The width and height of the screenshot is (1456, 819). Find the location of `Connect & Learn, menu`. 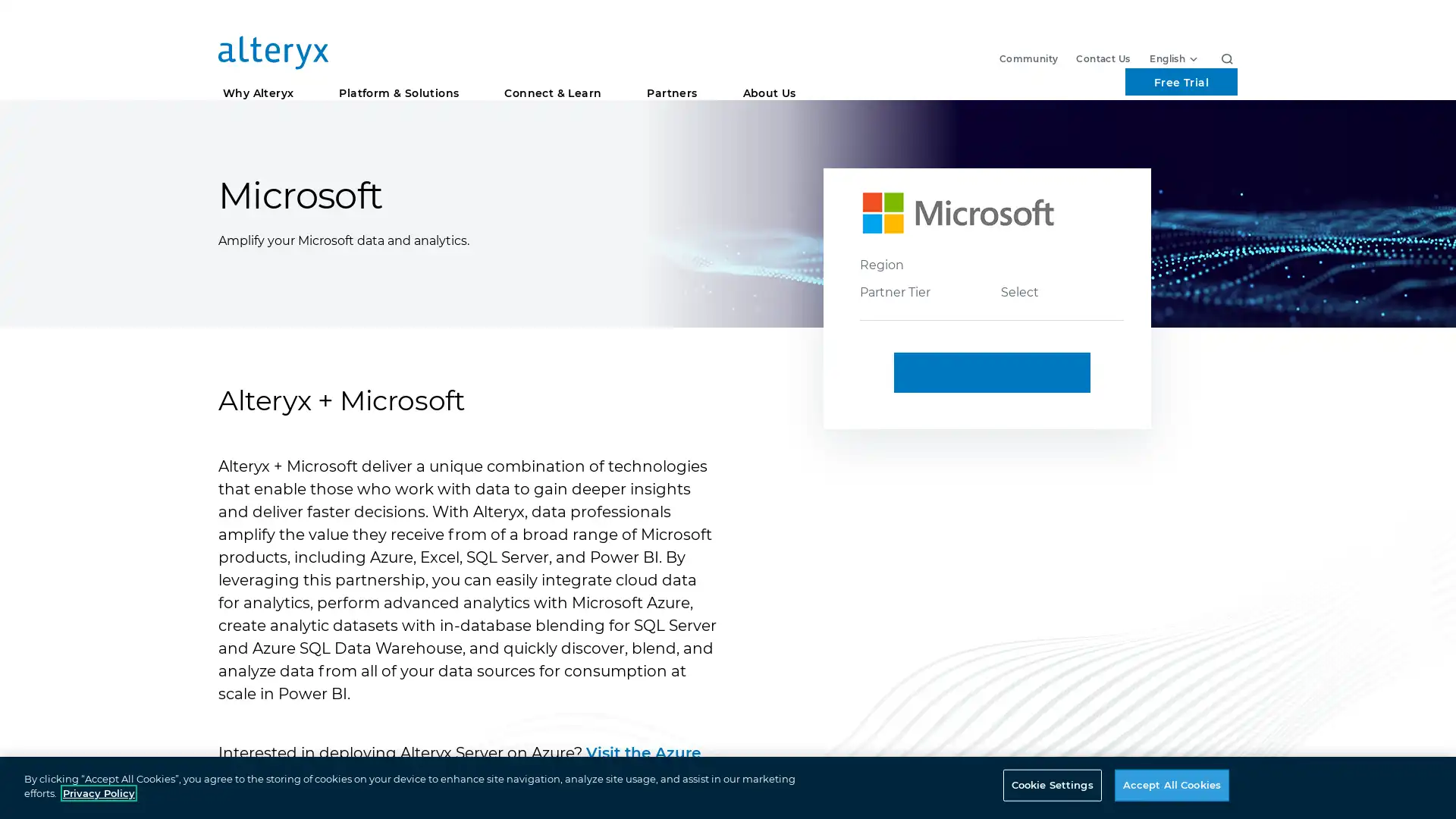

Connect & Learn, menu is located at coordinates (552, 76).